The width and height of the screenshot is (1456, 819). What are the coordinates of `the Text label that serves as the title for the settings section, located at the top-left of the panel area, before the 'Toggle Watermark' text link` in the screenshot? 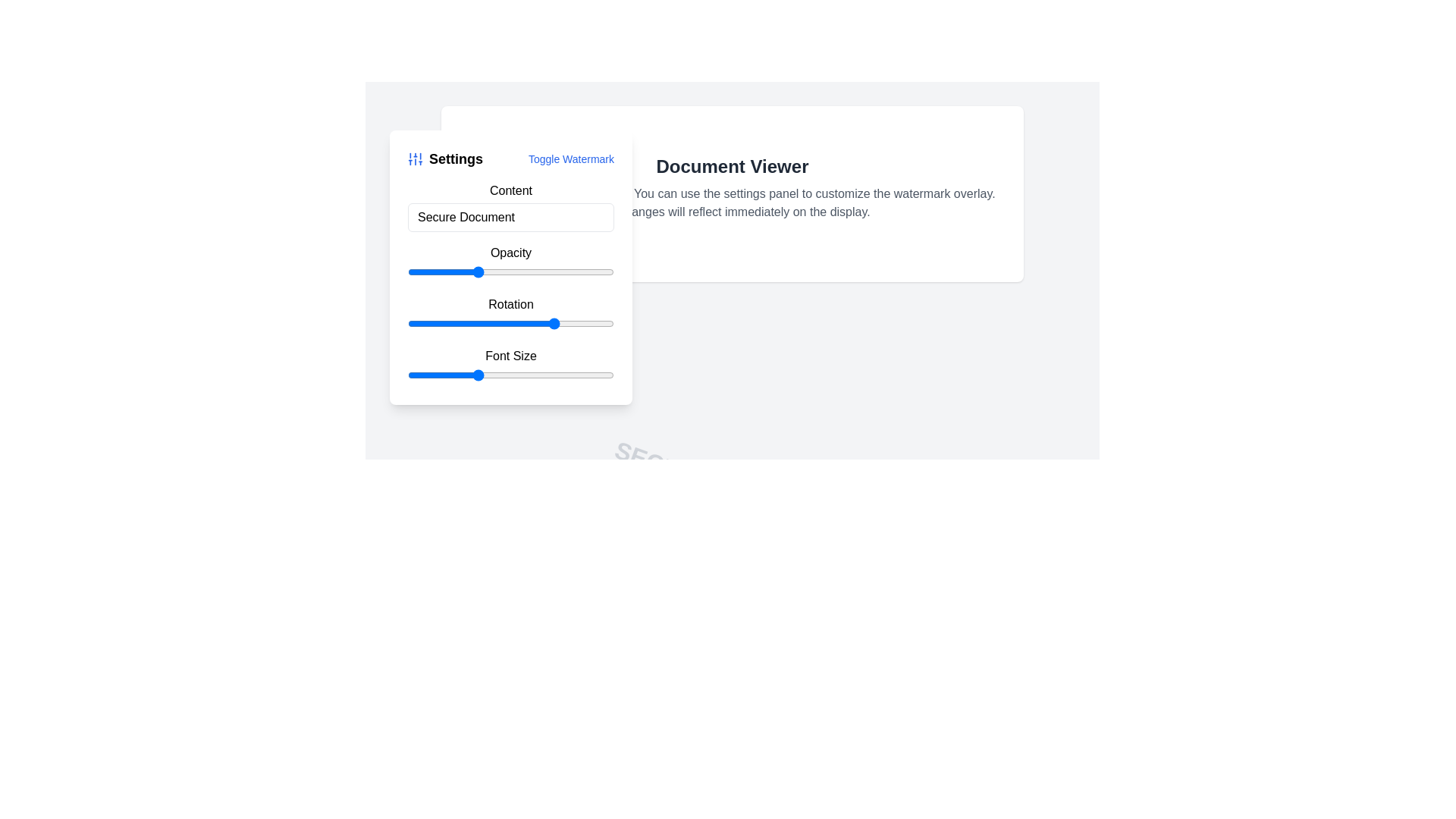 It's located at (444, 158).